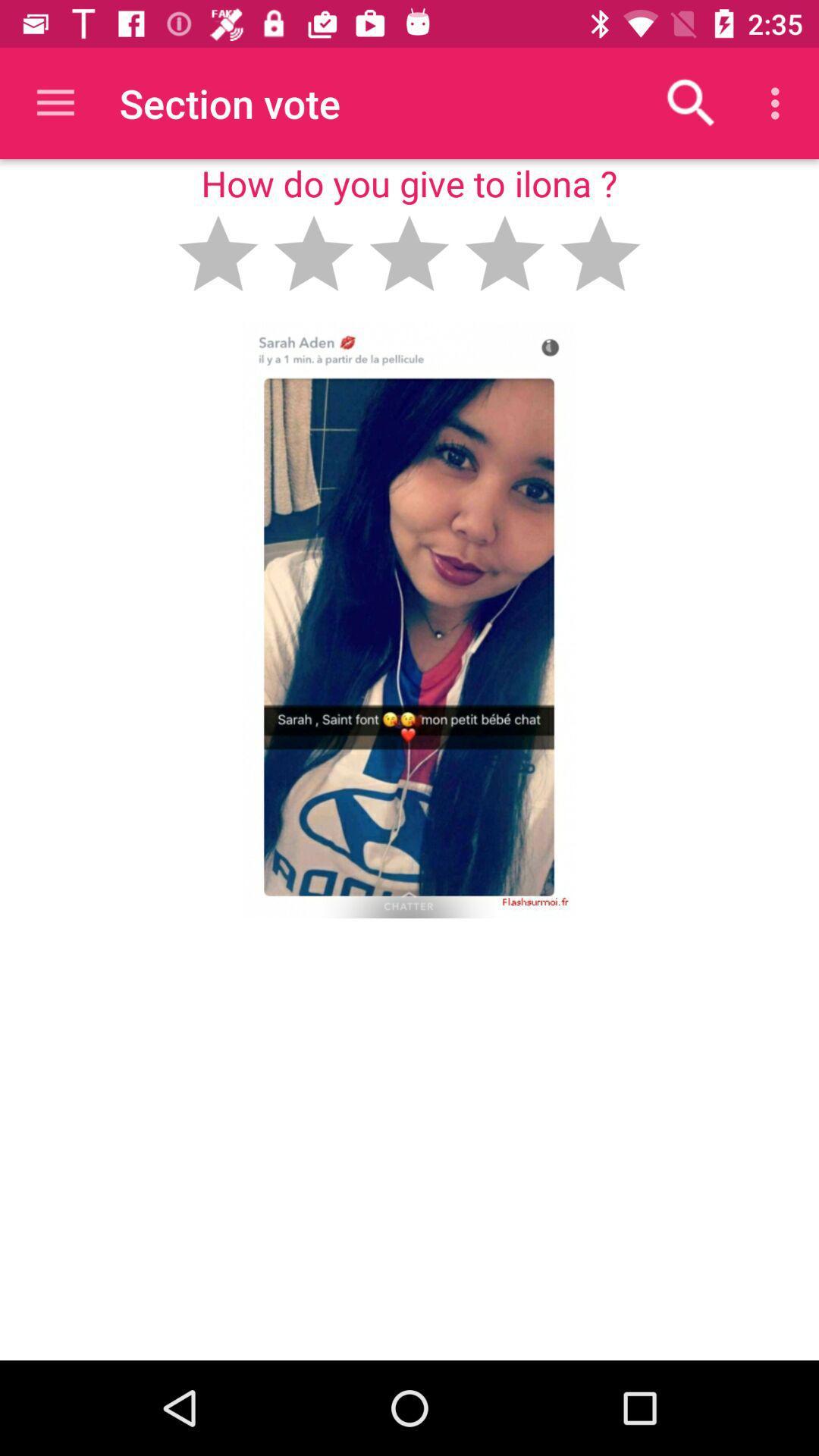  I want to click on the icon next to the section vote  app, so click(55, 102).